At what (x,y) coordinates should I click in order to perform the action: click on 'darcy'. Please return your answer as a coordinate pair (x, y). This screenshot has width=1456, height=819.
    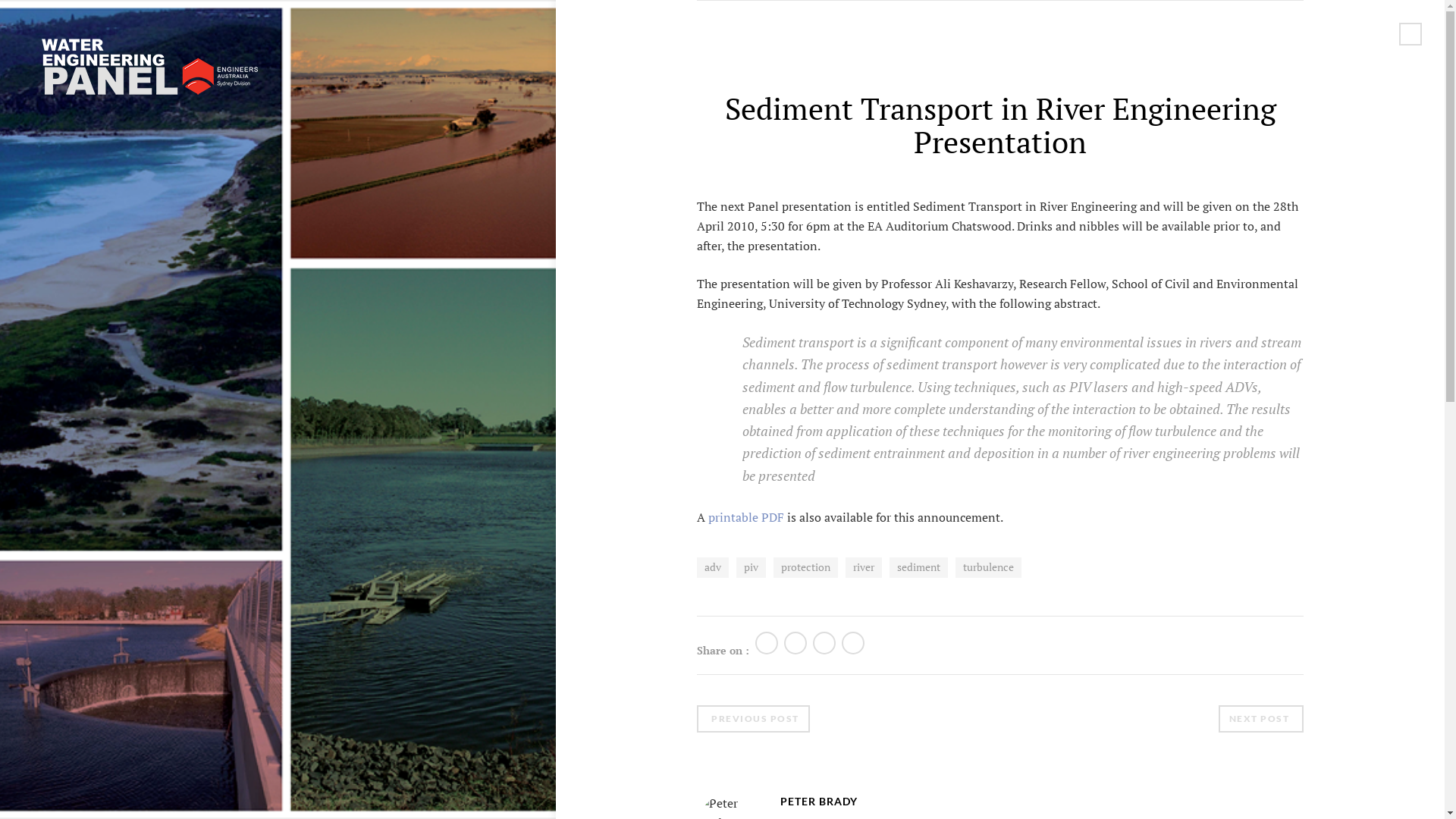
    Looking at the image, I should click on (1288, 699).